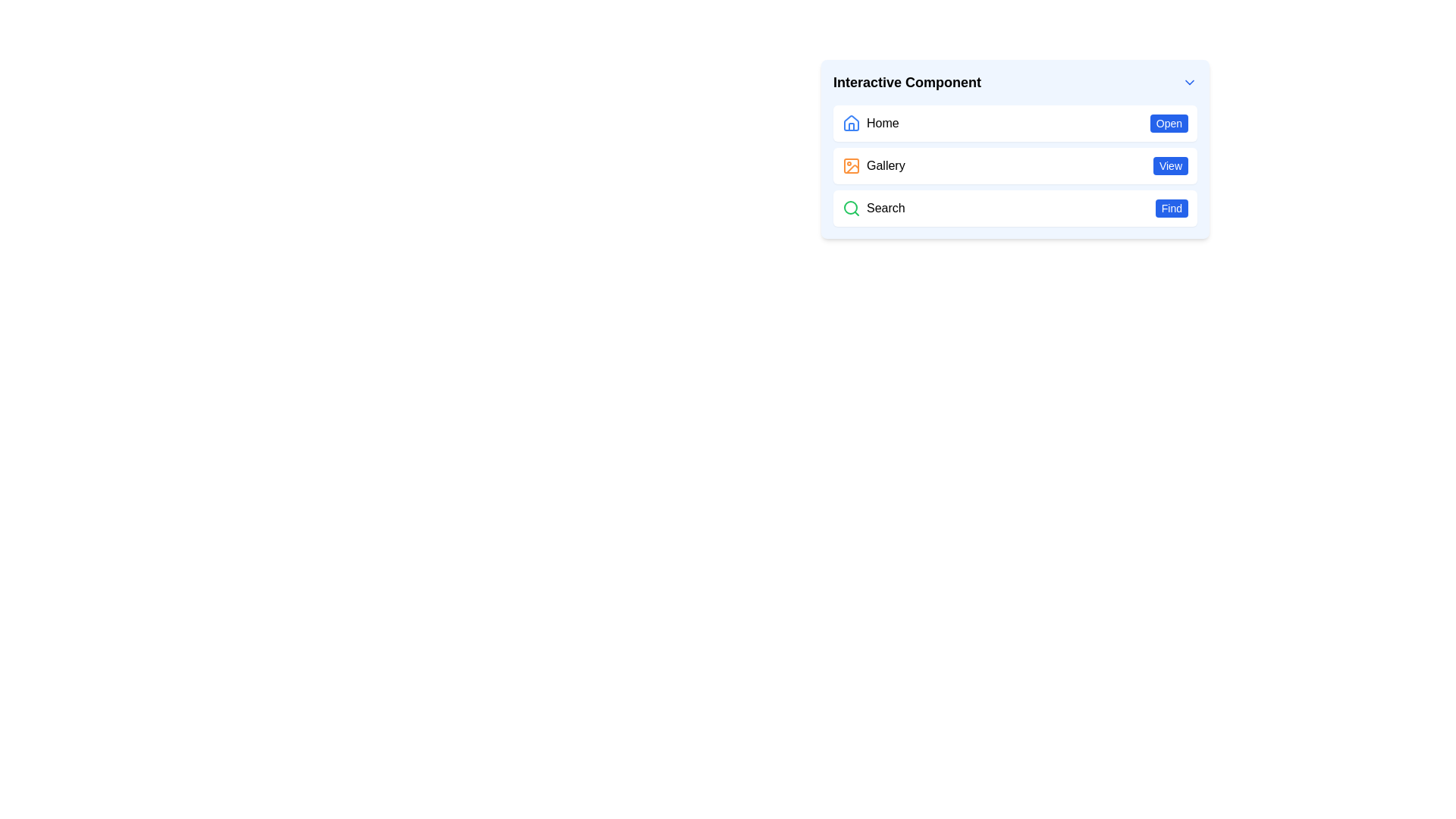  Describe the element at coordinates (1168, 122) in the screenshot. I see `the blue button with rounded edges labeled 'Open' located to the right of the 'Home' label in the top row of a vertical list of options` at that location.